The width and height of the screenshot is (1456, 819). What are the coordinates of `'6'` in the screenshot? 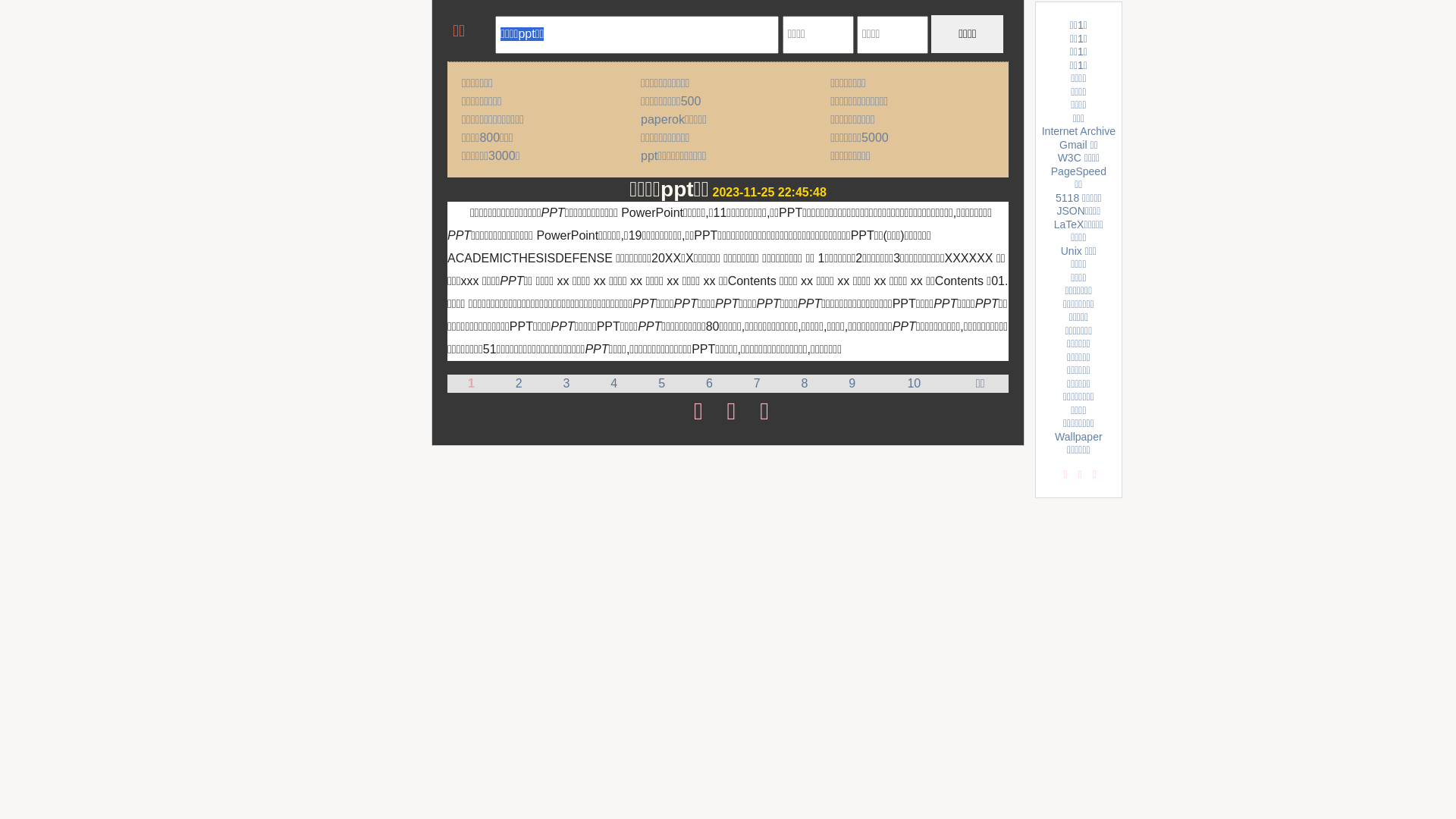 It's located at (708, 382).